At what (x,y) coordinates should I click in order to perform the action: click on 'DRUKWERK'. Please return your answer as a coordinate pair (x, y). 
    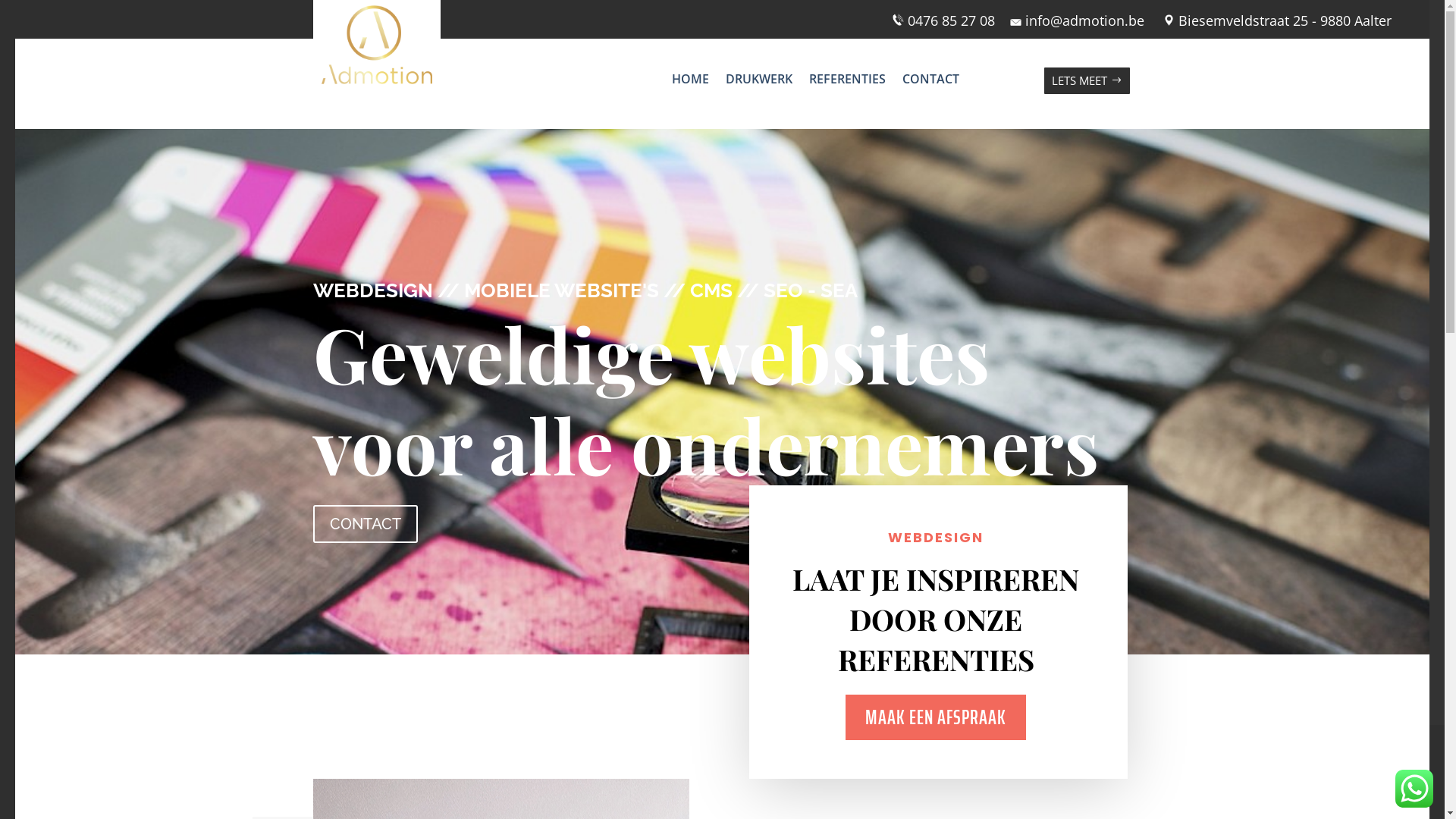
    Looking at the image, I should click on (759, 82).